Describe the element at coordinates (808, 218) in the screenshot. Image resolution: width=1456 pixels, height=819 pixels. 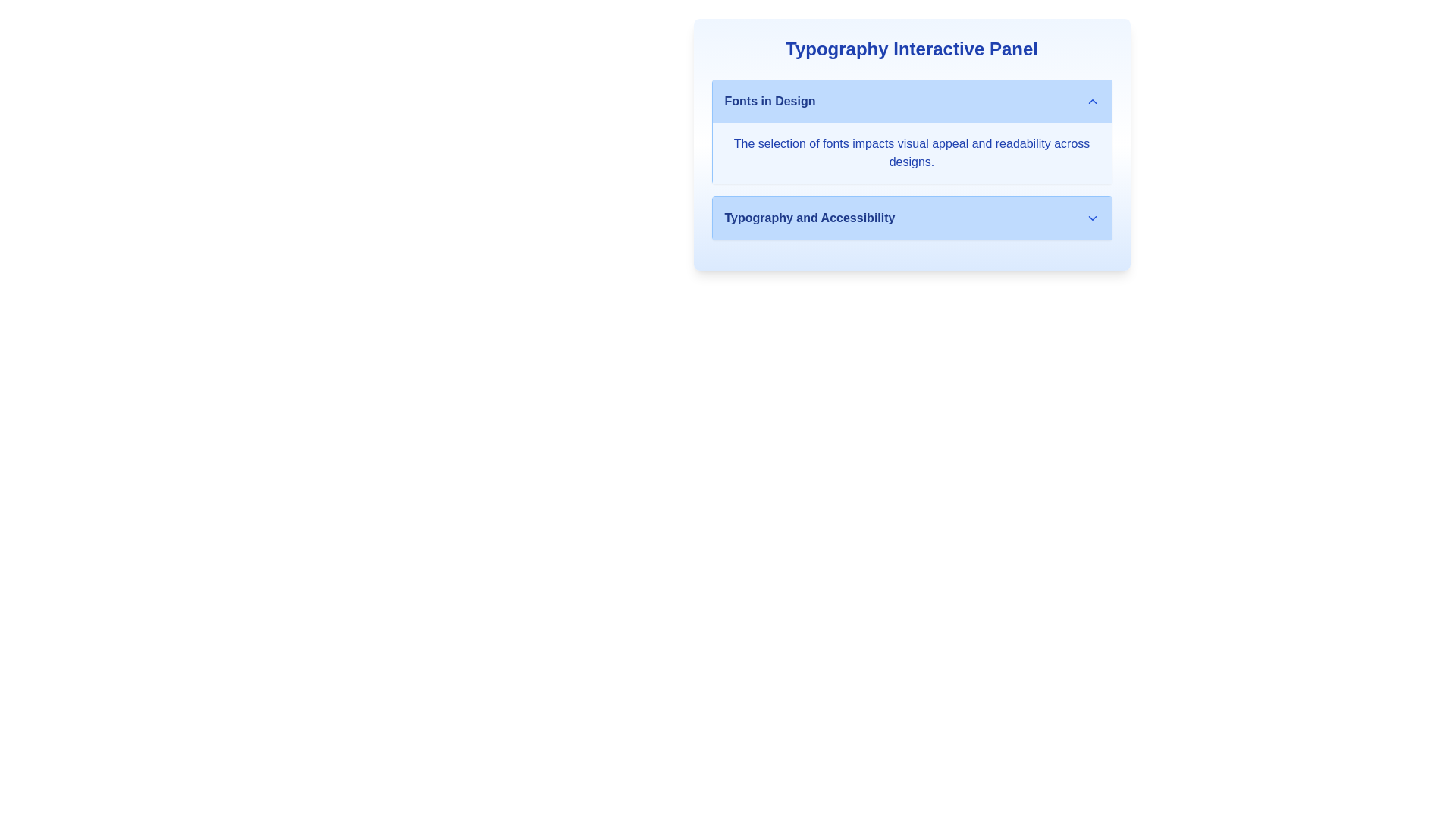
I see `the text label that reads 'Typography and Accessibility', which is styled in bold deep blue color and located within a light blue rectangular section` at that location.